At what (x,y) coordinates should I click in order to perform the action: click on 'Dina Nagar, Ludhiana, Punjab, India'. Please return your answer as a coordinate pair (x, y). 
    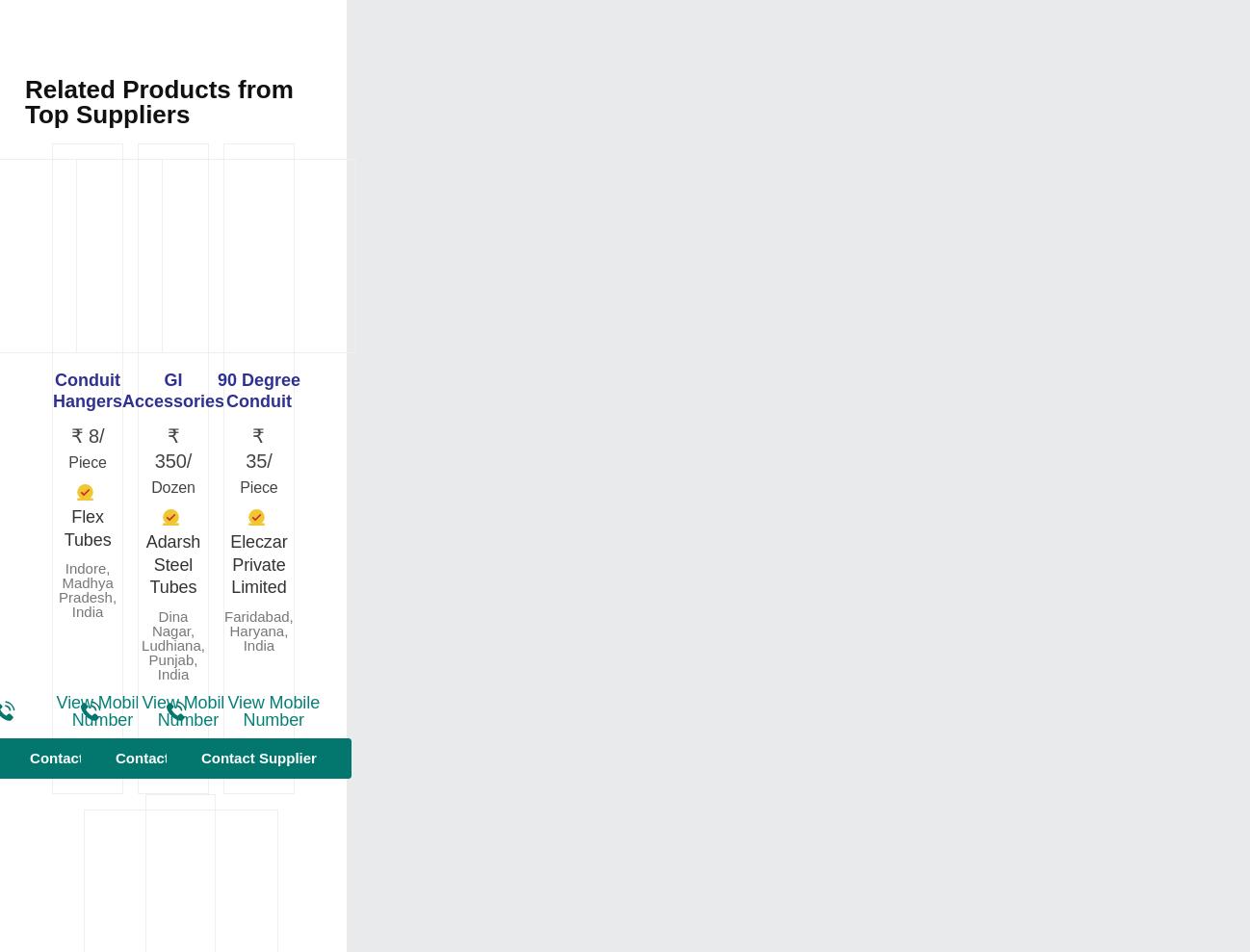
    Looking at the image, I should click on (171, 643).